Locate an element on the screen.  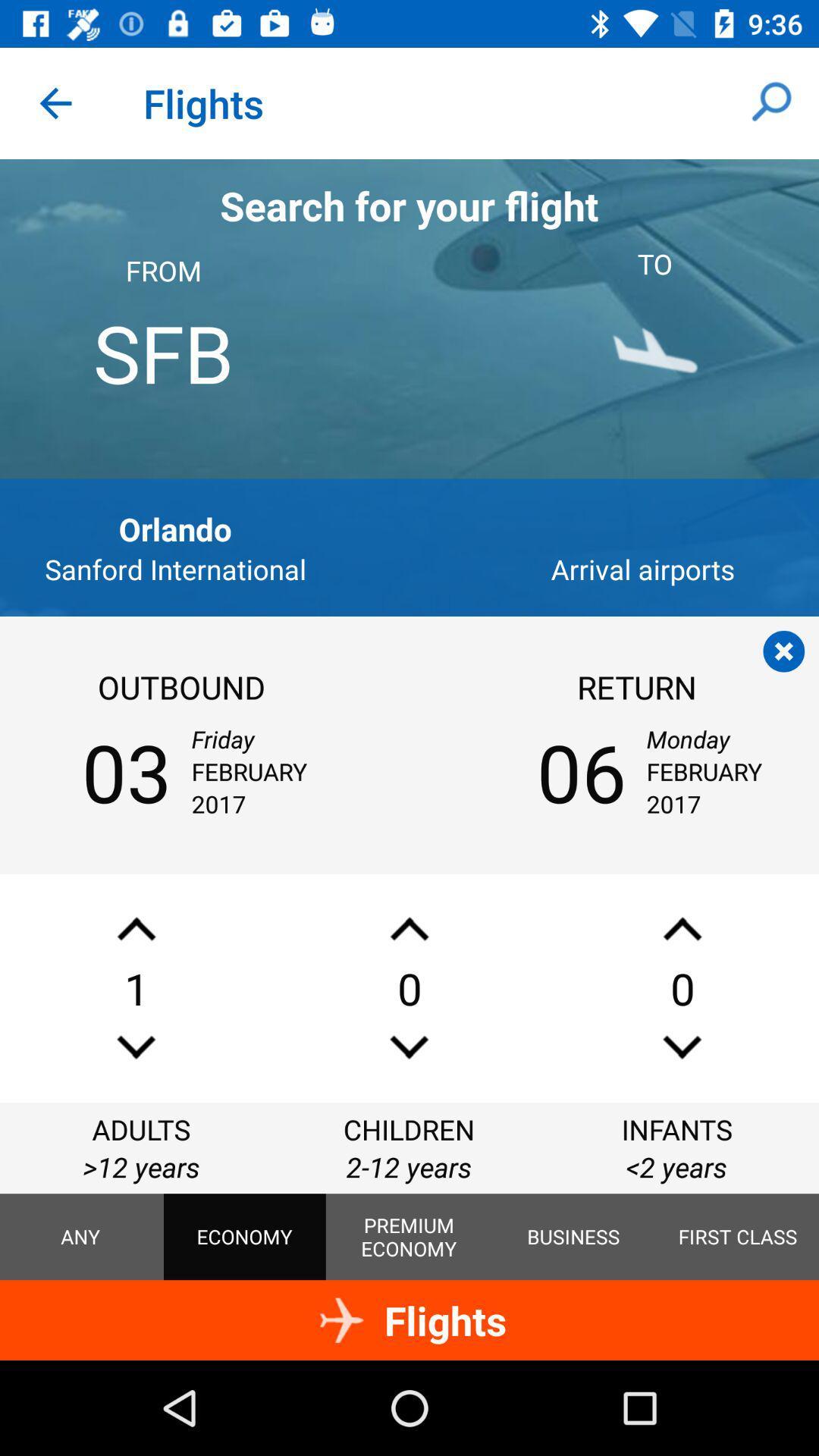
decrease number is located at coordinates (681, 1046).